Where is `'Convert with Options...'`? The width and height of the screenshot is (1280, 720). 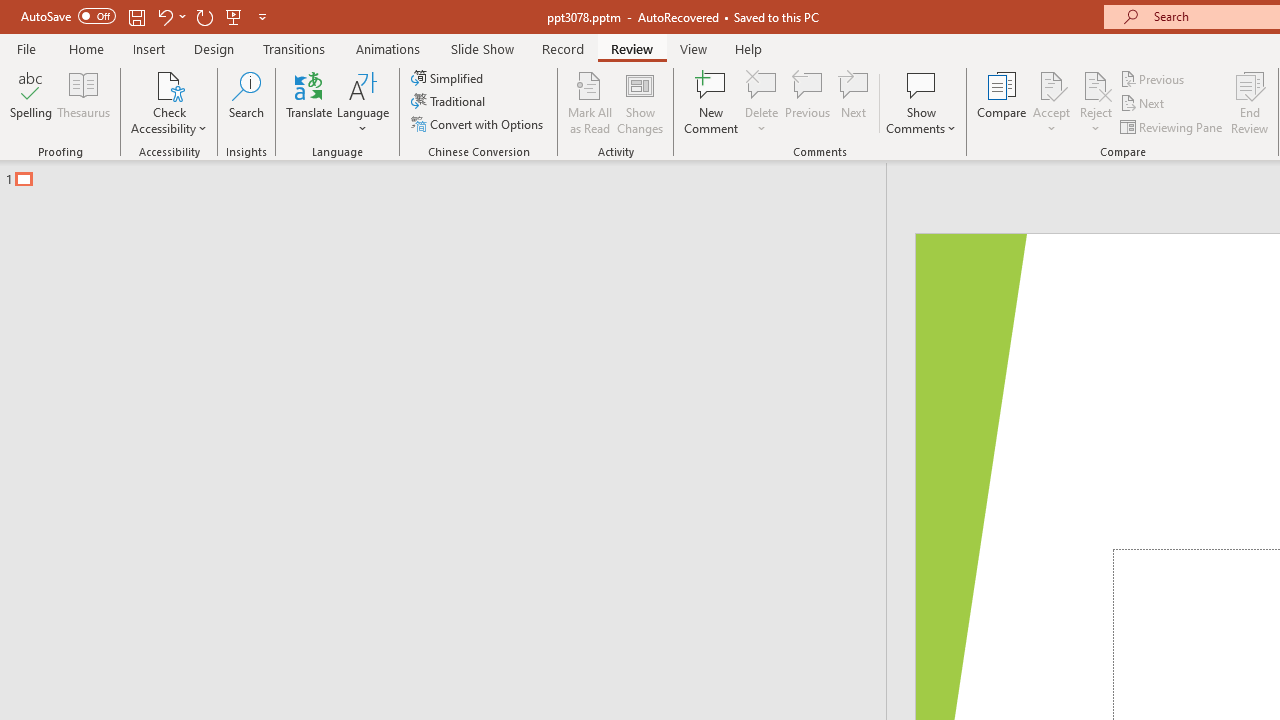
'Convert with Options...' is located at coordinates (478, 124).